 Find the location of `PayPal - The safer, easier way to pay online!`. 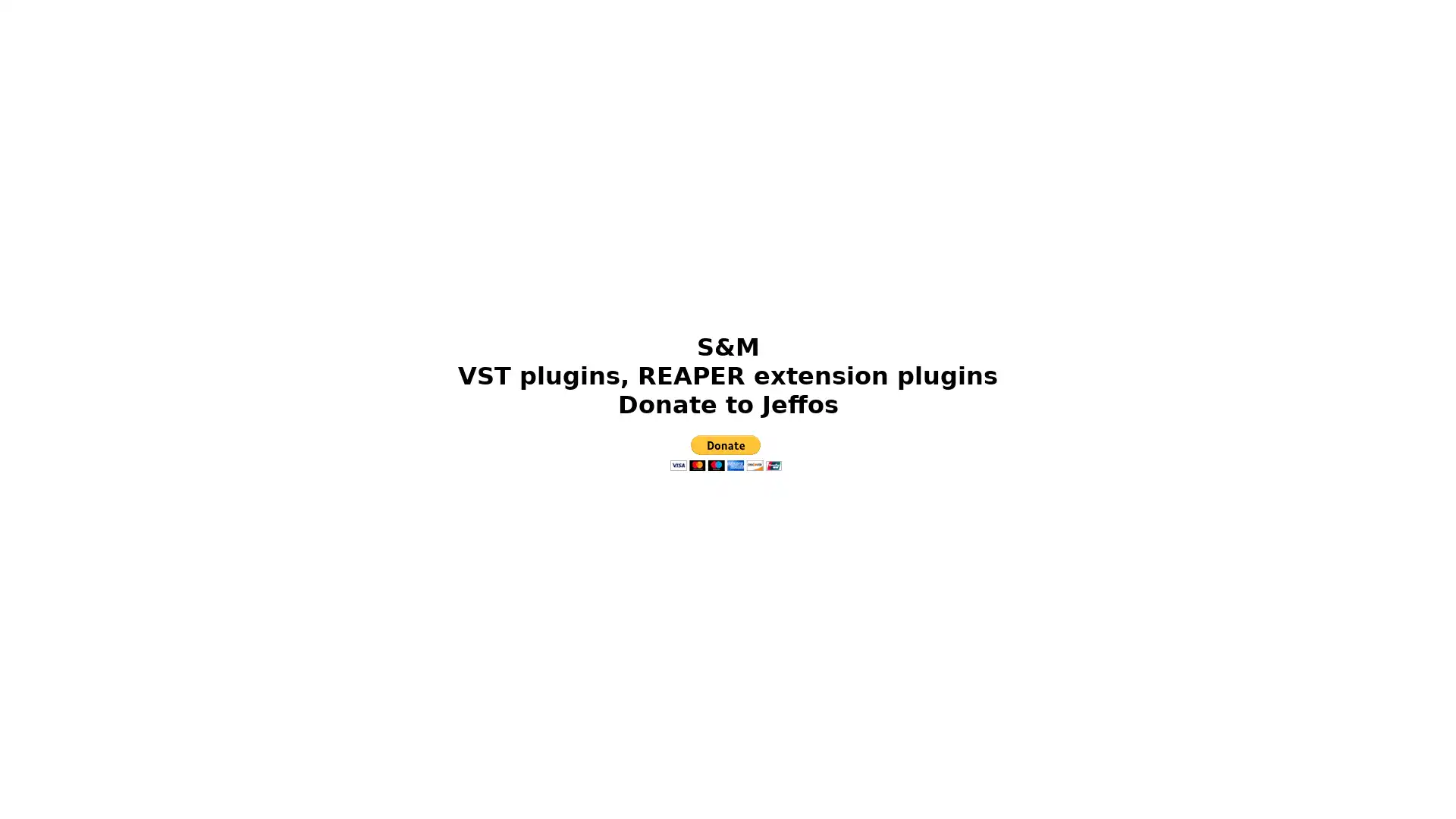

PayPal - The safer, easier way to pay online! is located at coordinates (724, 452).